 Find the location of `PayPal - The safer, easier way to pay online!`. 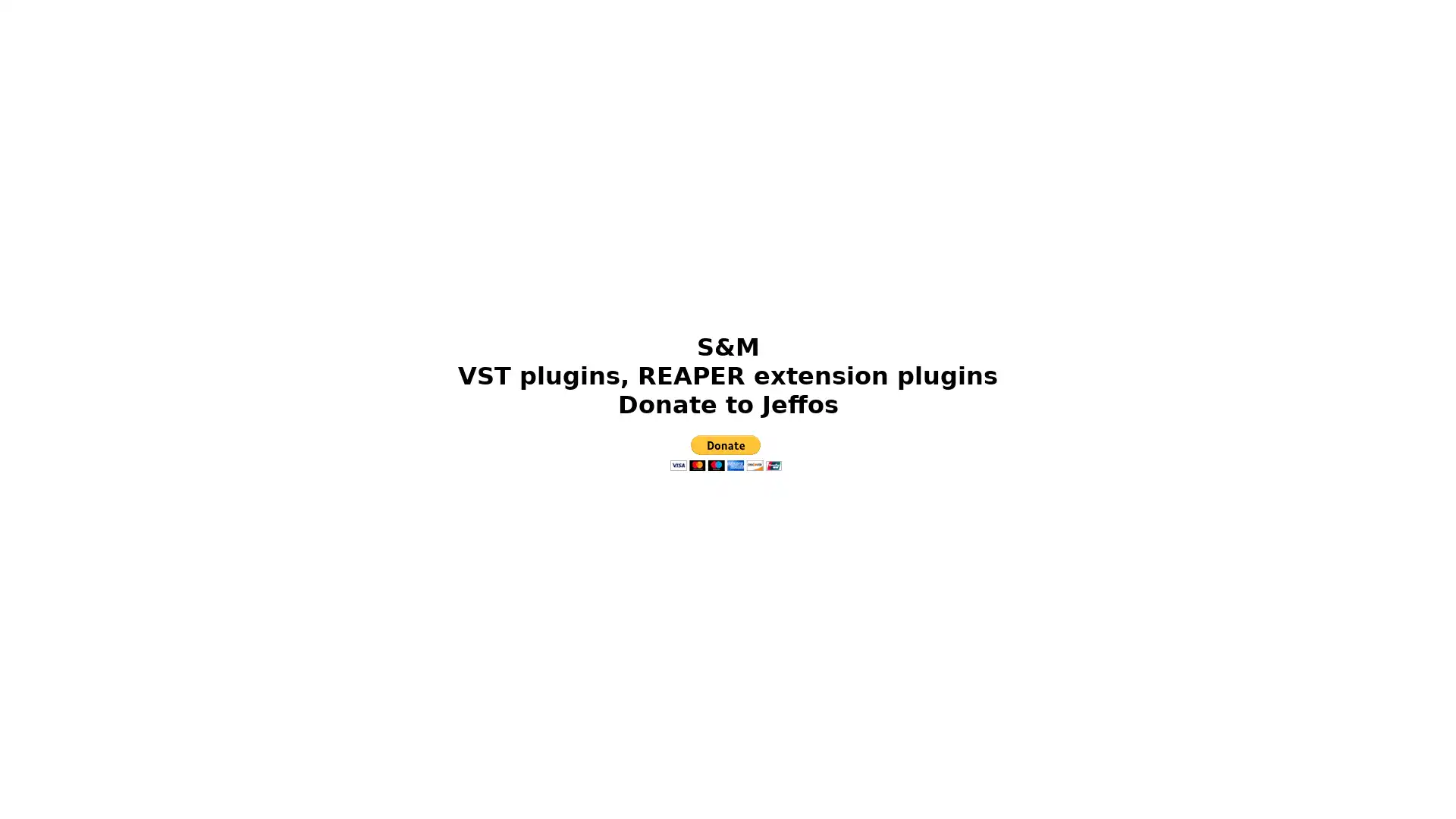

PayPal - The safer, easier way to pay online! is located at coordinates (724, 452).